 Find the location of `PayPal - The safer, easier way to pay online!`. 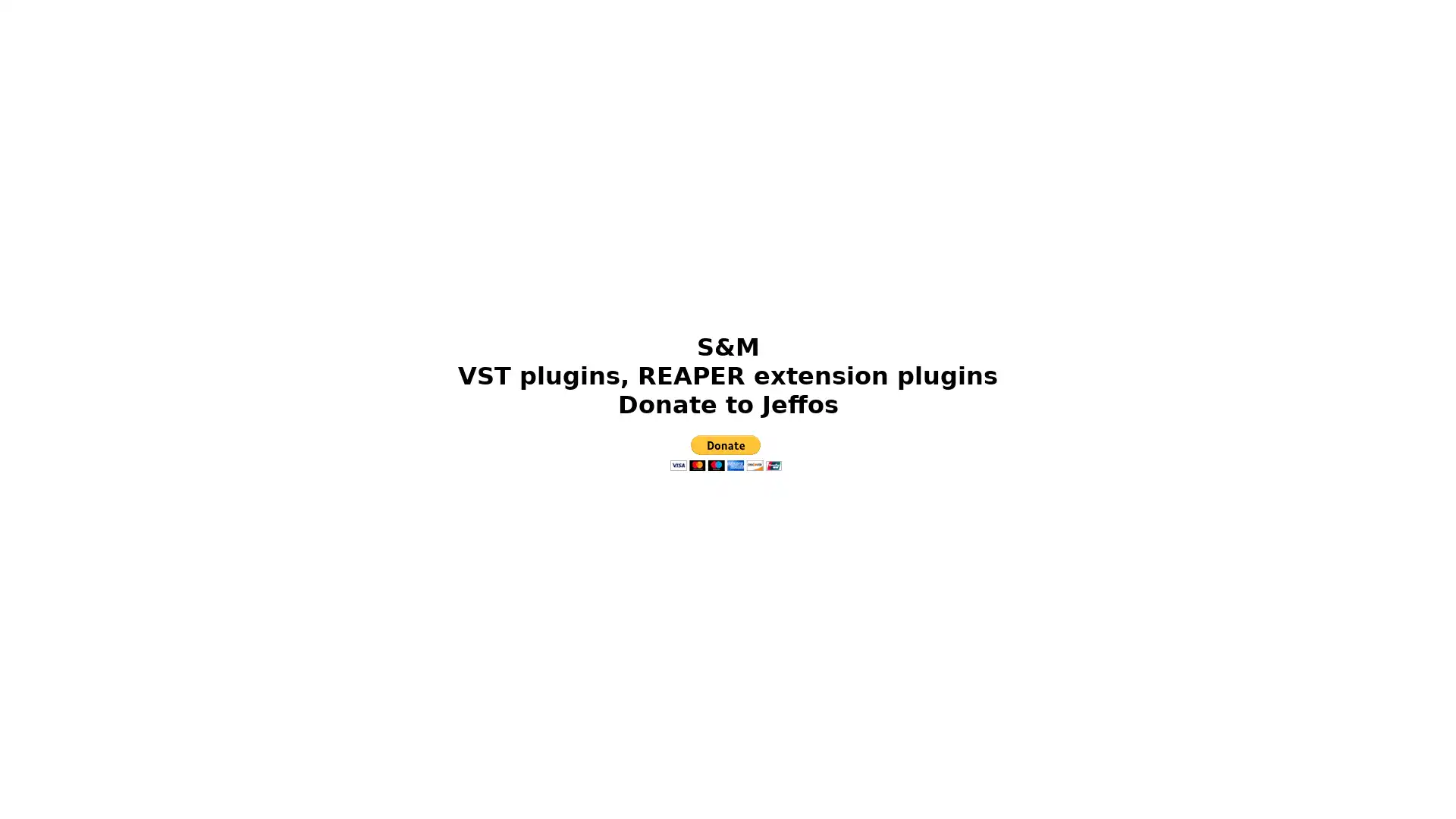

PayPal - The safer, easier way to pay online! is located at coordinates (724, 452).